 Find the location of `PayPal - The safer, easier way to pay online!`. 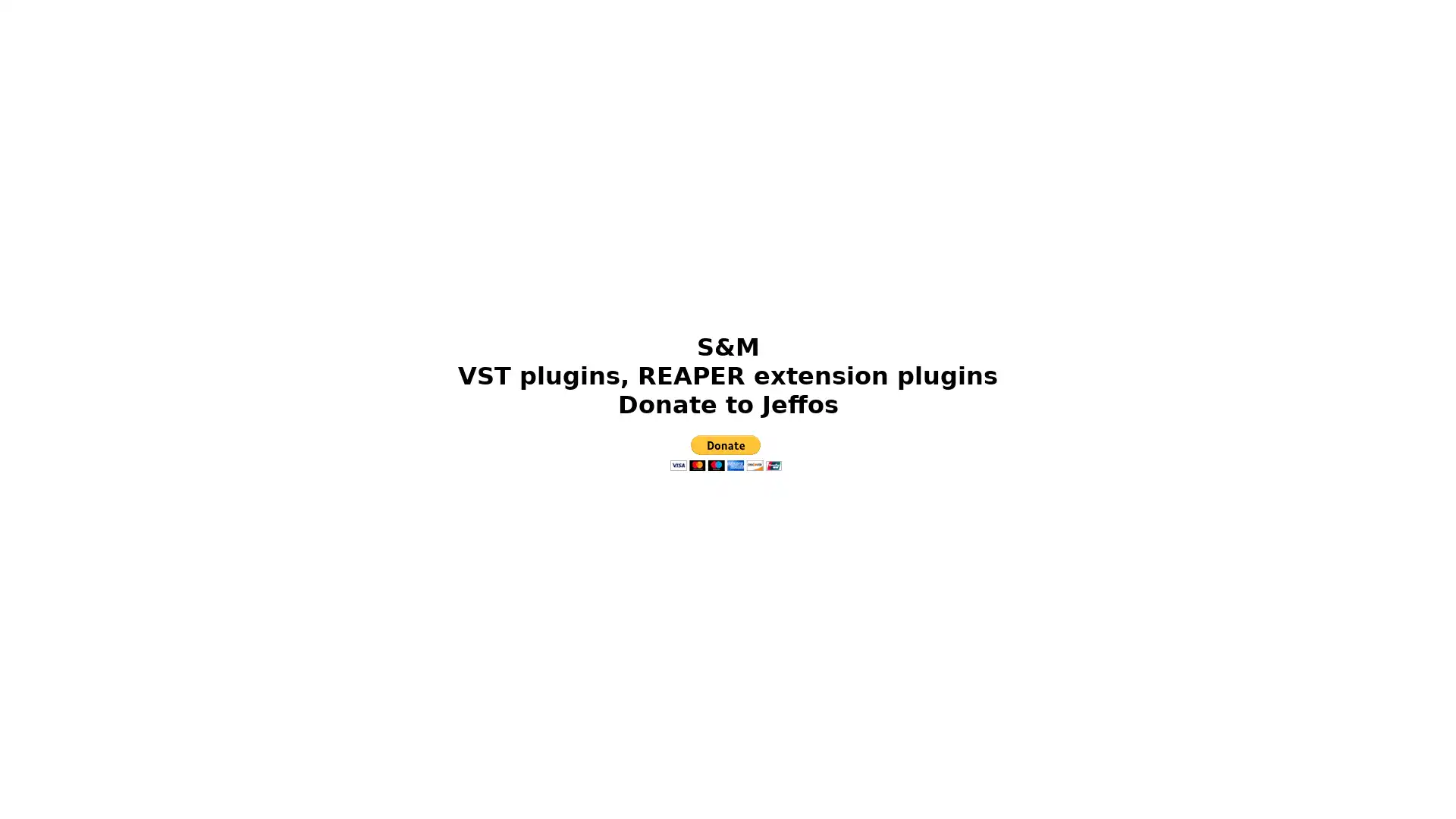

PayPal - The safer, easier way to pay online! is located at coordinates (724, 452).